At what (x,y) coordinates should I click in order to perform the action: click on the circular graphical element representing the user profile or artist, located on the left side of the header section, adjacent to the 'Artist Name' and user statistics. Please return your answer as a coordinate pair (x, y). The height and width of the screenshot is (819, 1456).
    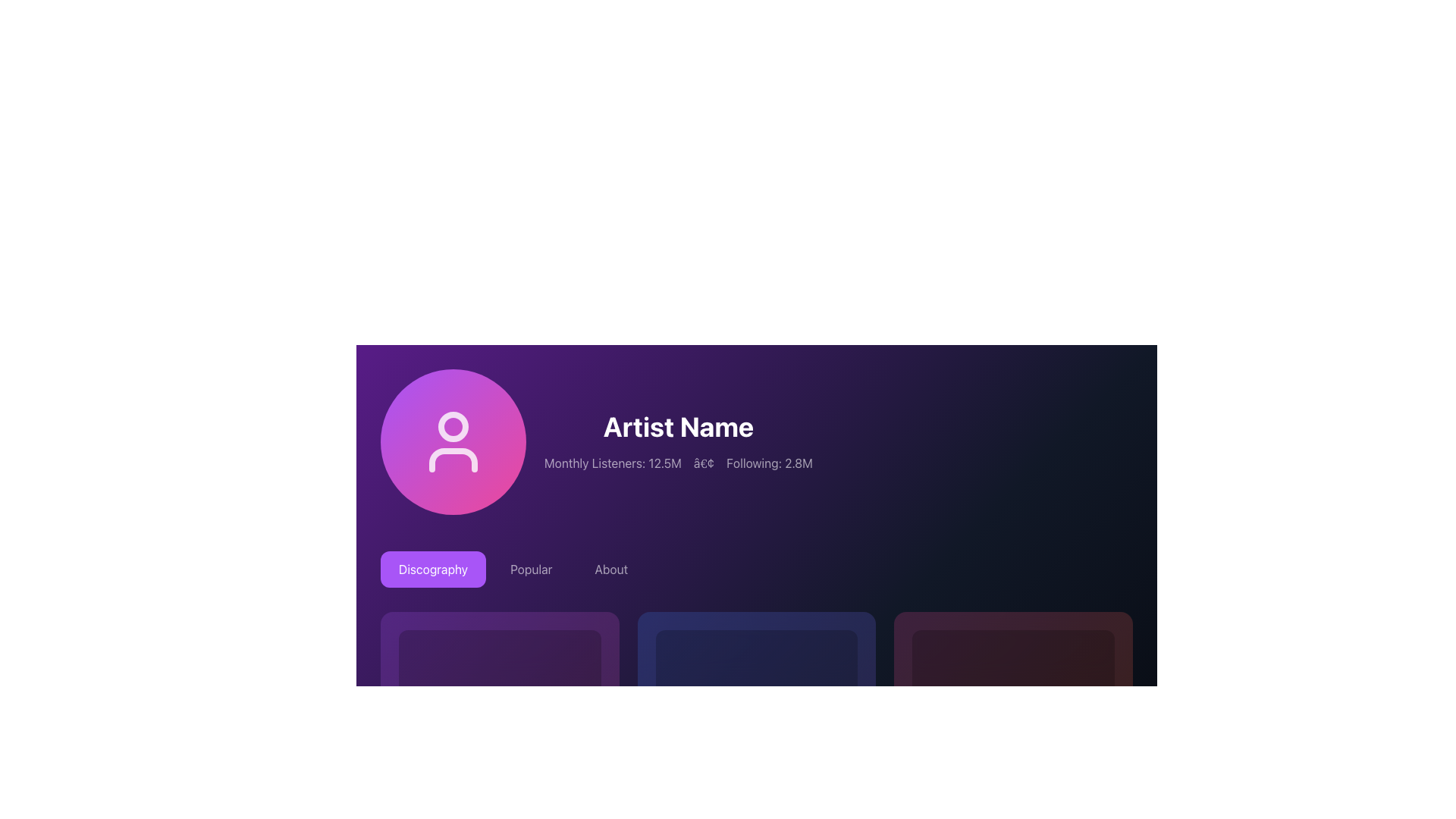
    Looking at the image, I should click on (453, 441).